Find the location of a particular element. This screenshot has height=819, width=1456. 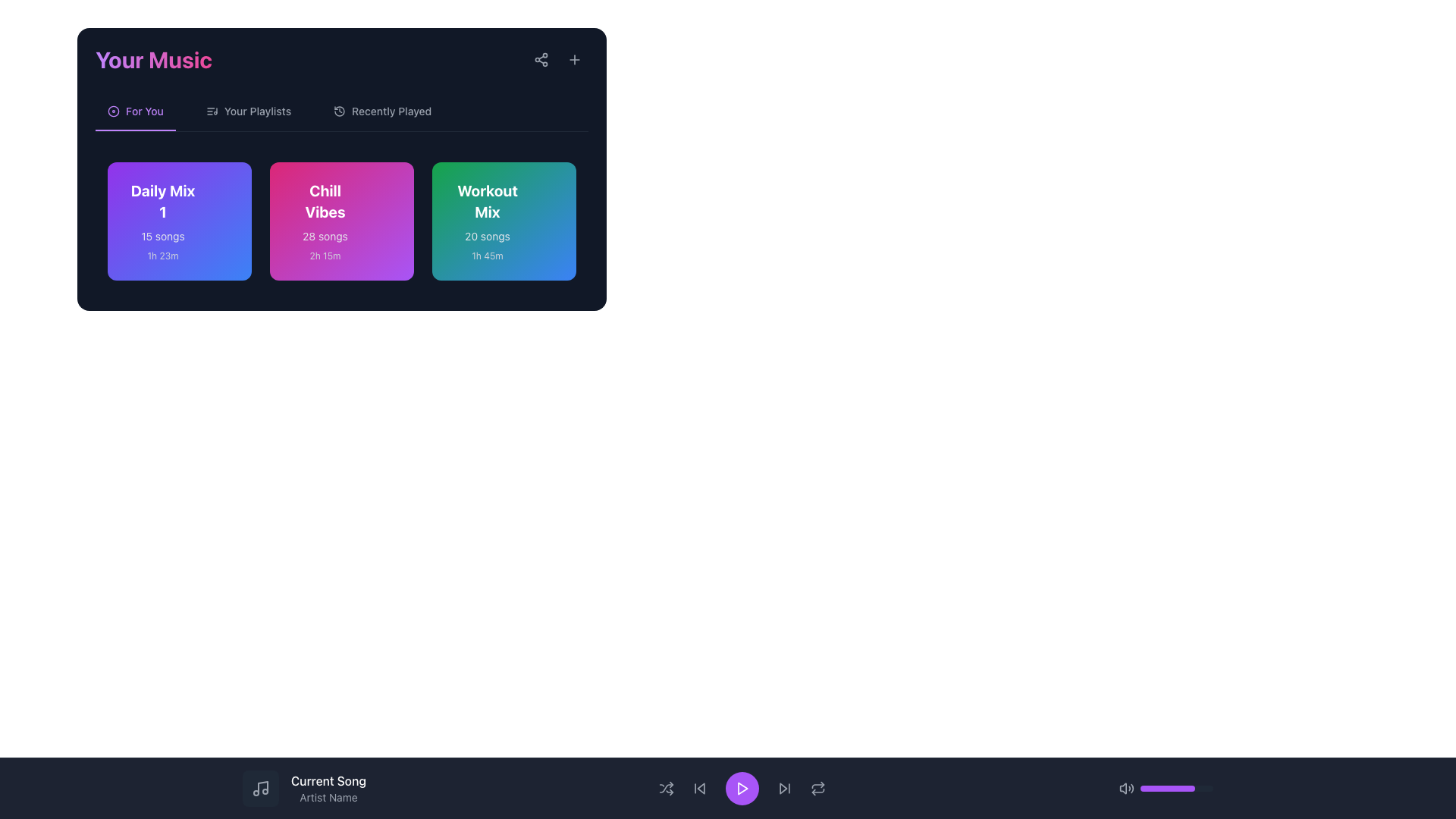

the history icon, which is a monochromatic gray circular arrow motif located to the left of the 'Recently Played' label in the 'Your Music' section of the navigation bar is located at coordinates (339, 110).